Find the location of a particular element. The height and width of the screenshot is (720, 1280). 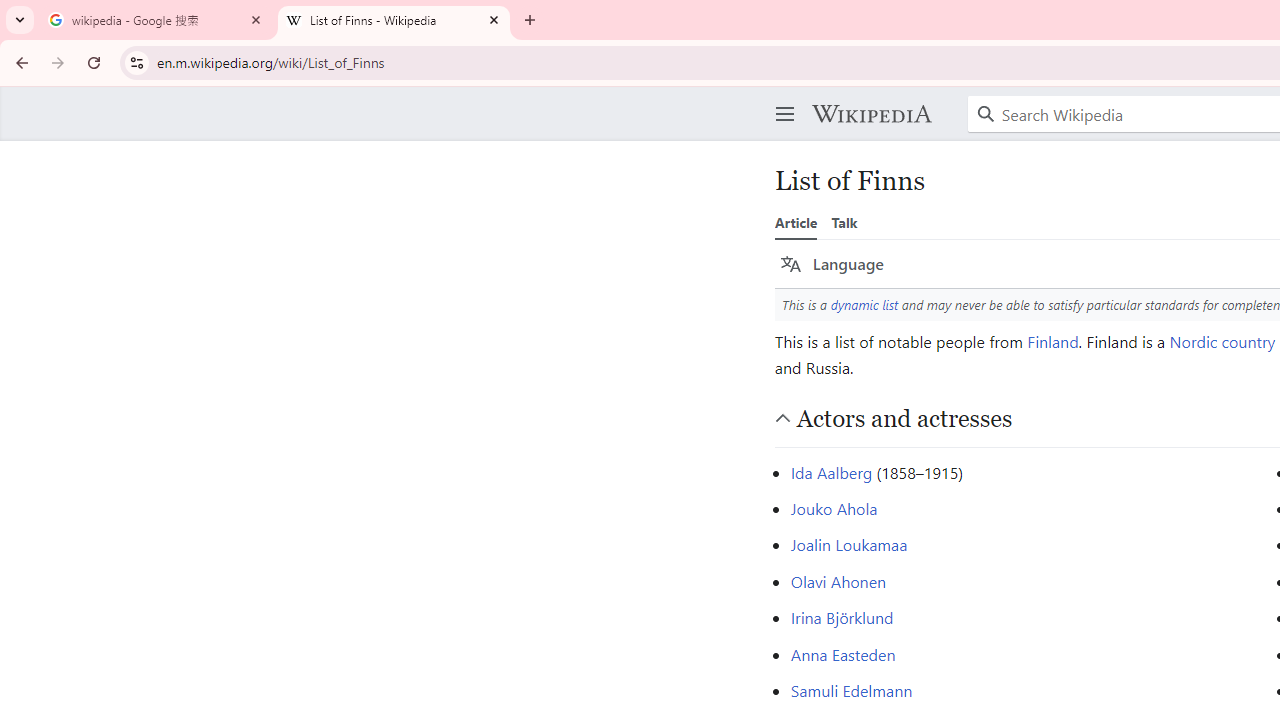

'Joalin Loukamaa' is located at coordinates (848, 545).